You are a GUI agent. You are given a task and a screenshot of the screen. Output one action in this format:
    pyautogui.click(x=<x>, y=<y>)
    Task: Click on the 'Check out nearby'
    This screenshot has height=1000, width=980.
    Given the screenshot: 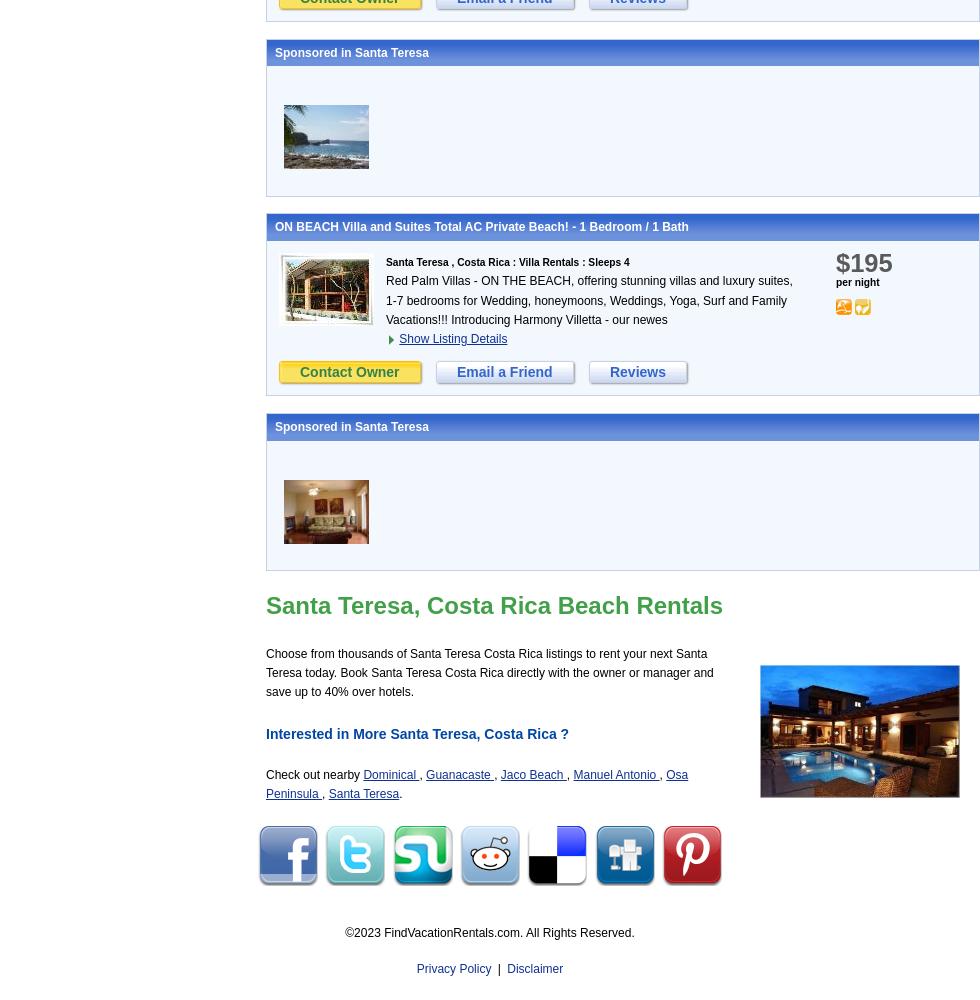 What is the action you would take?
    pyautogui.click(x=265, y=775)
    